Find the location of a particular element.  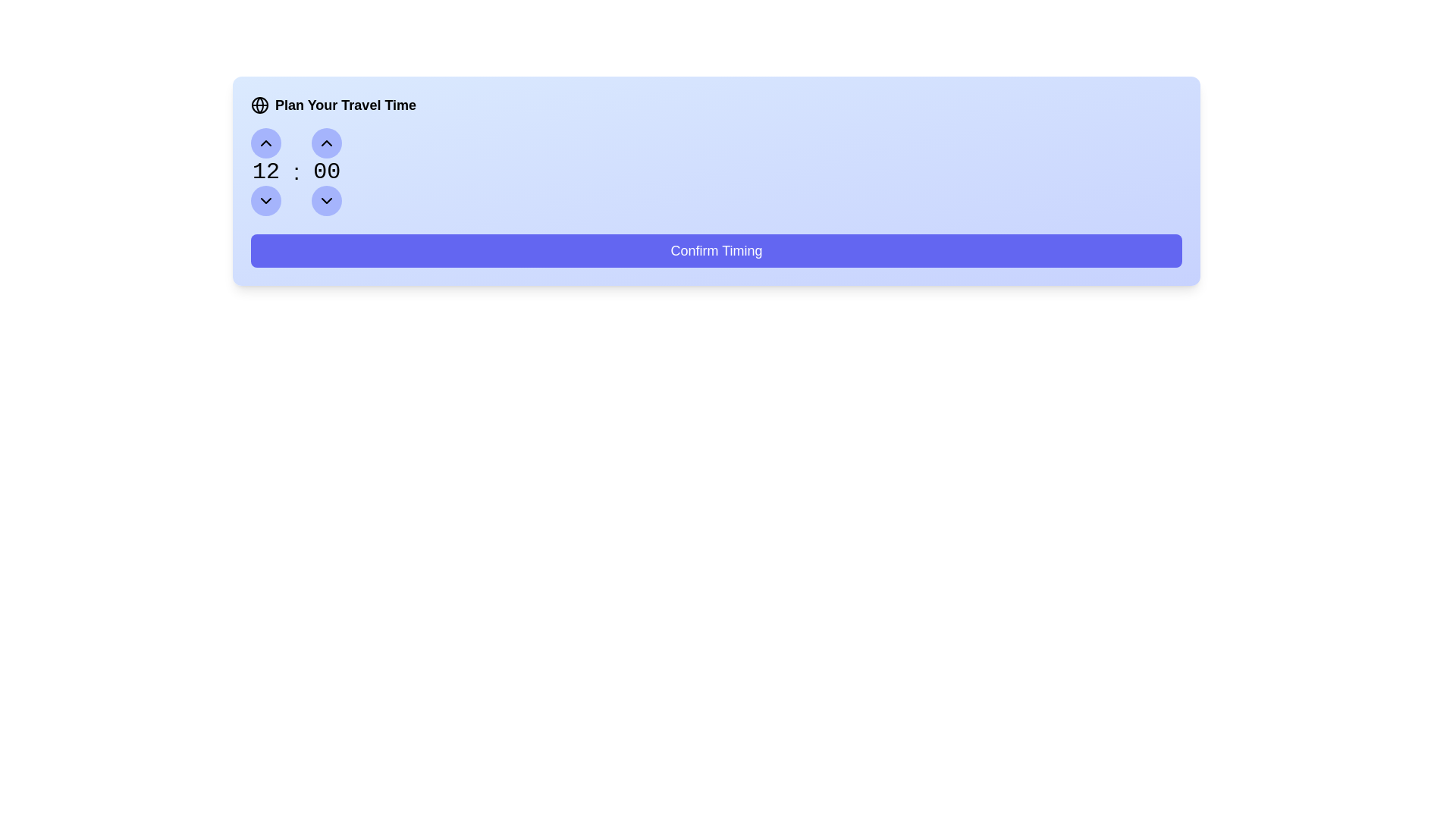

the circular blue button with a downward-facing chevron icon, located below the numeric display showing '00' in the vertical stack of interactive elements is located at coordinates (326, 200).